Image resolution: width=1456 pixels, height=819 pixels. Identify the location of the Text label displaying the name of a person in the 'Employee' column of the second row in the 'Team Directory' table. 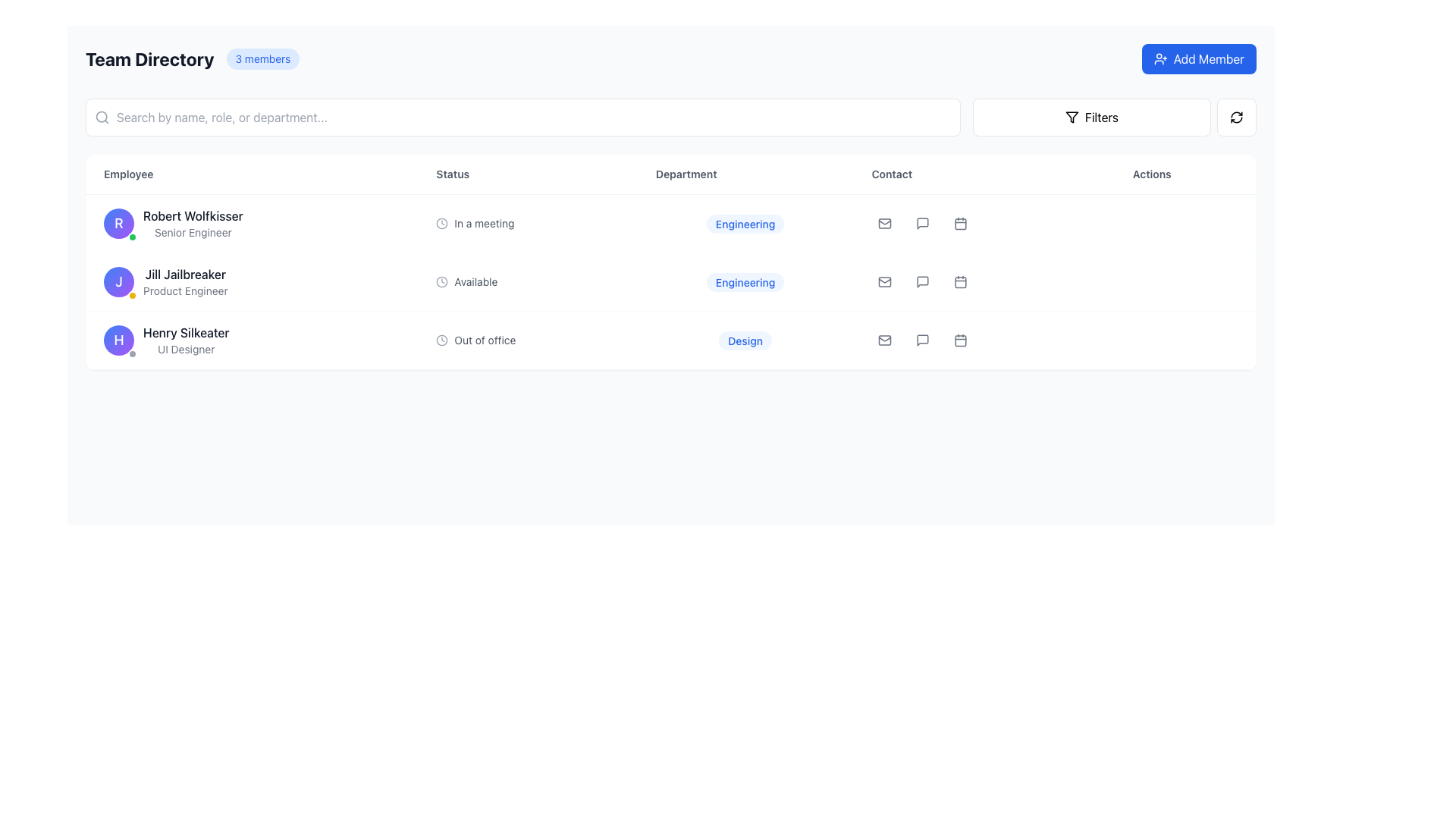
(184, 275).